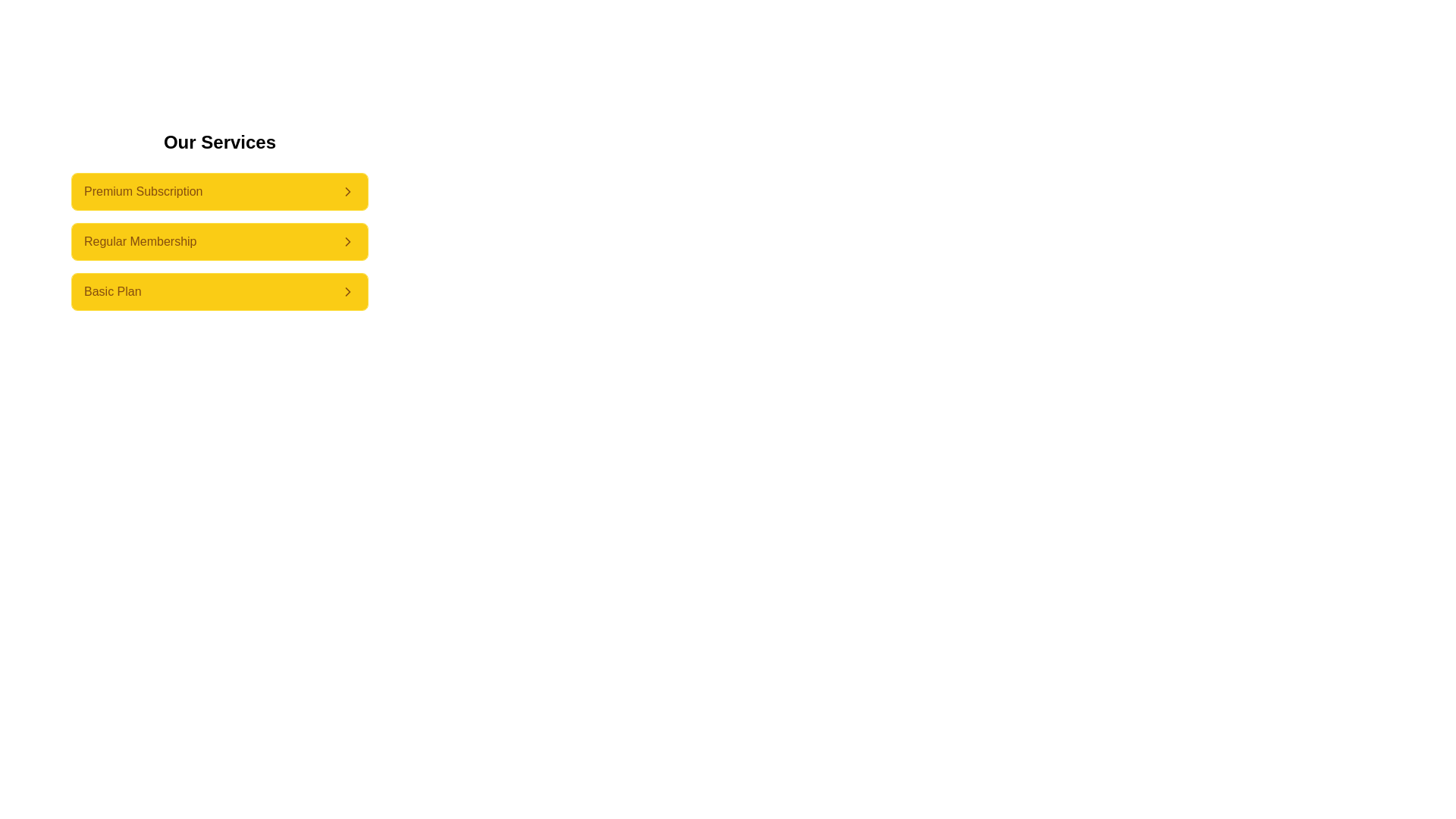  I want to click on the 'Regular Membership' button located in the middle of the vertically arranged list of three buttons under the 'Our Services' heading, so click(218, 220).